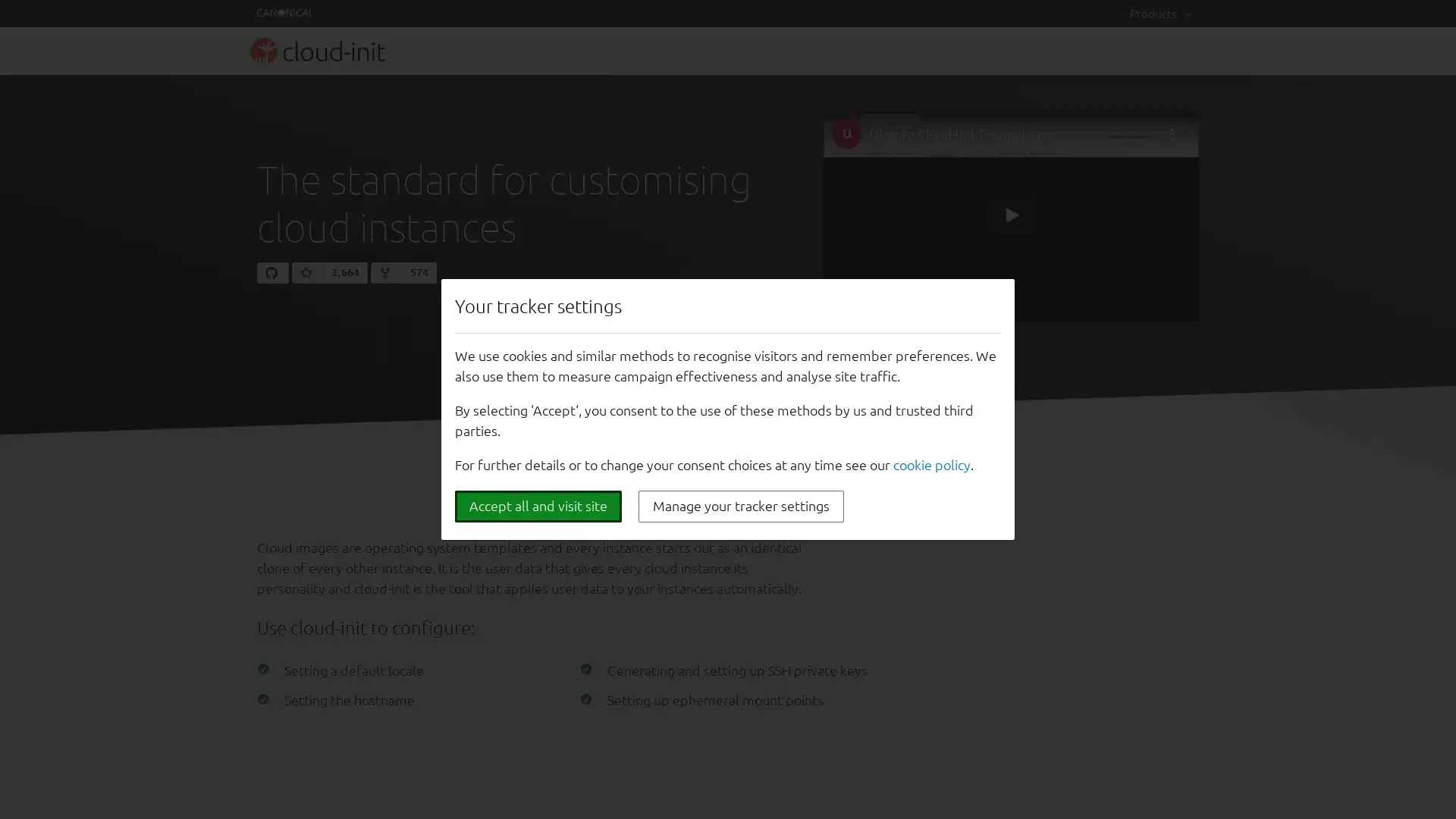  Describe the element at coordinates (538, 506) in the screenshot. I see `Accept all and visit site` at that location.